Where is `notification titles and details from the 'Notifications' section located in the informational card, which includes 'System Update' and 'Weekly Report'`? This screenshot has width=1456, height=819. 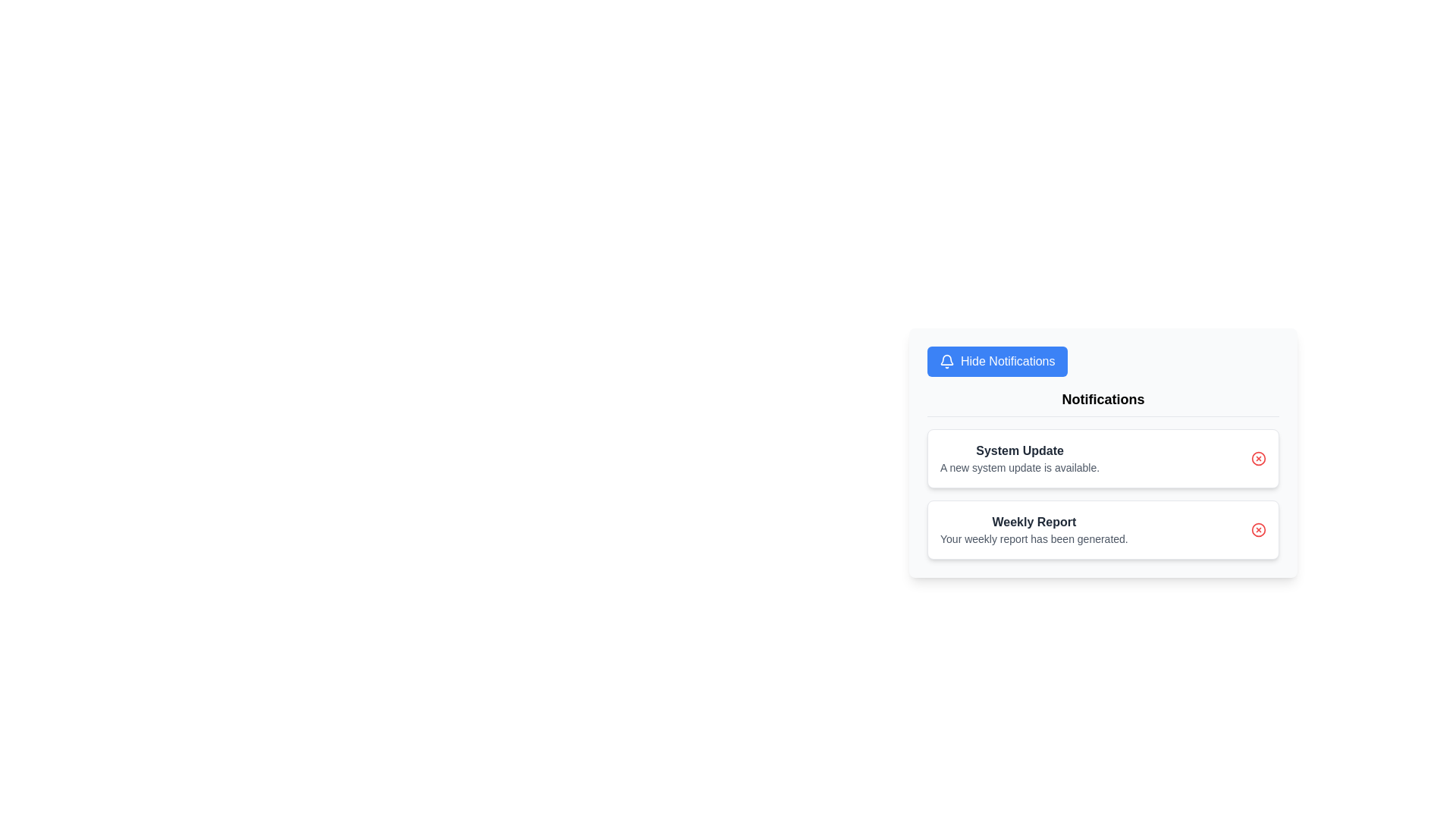 notification titles and details from the 'Notifications' section located in the informational card, which includes 'System Update' and 'Weekly Report' is located at coordinates (1103, 473).